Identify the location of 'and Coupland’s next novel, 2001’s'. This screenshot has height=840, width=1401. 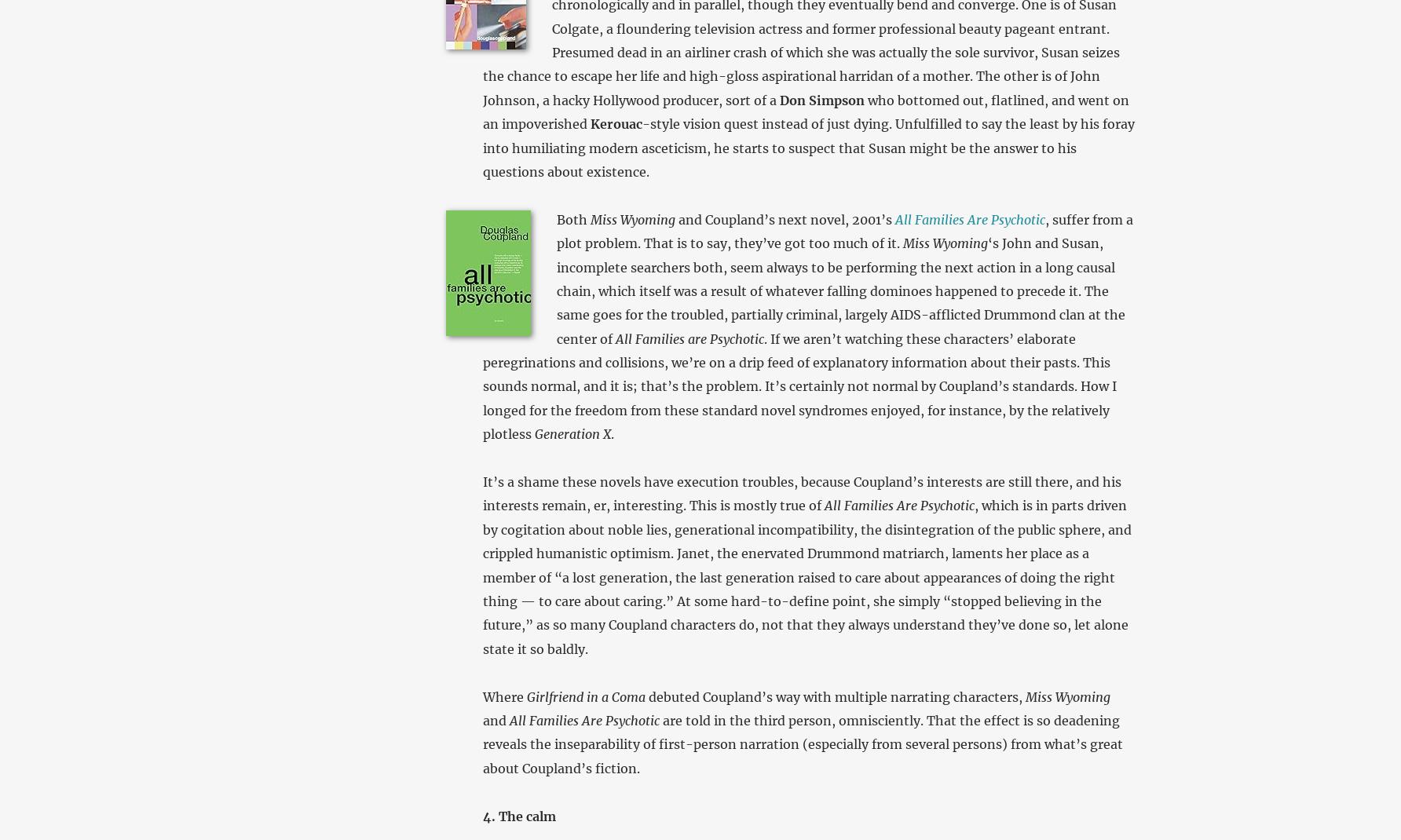
(785, 218).